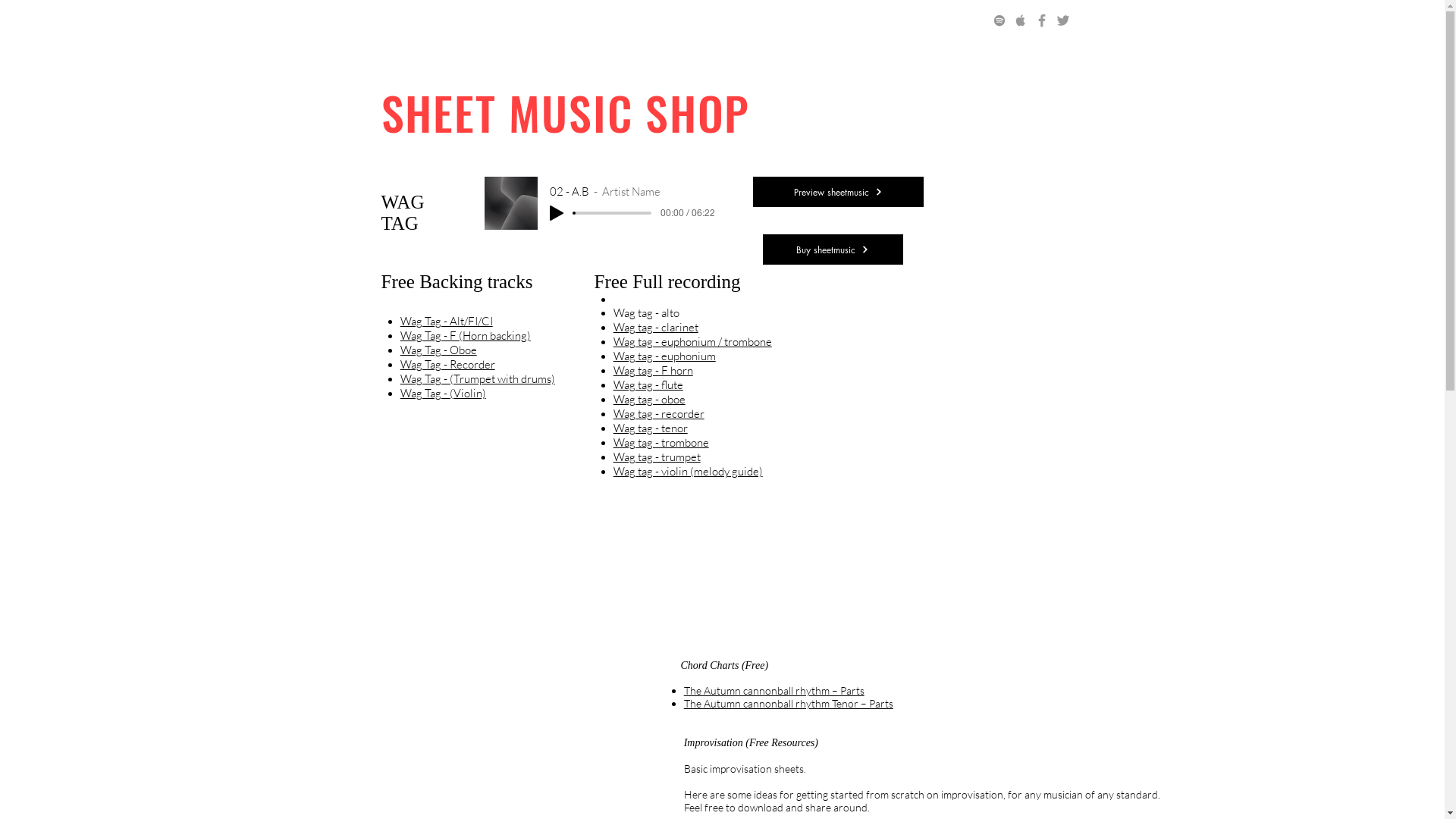 This screenshot has height=819, width=1456. I want to click on 'Wag Tag - (Trumpet with drums)', so click(476, 378).